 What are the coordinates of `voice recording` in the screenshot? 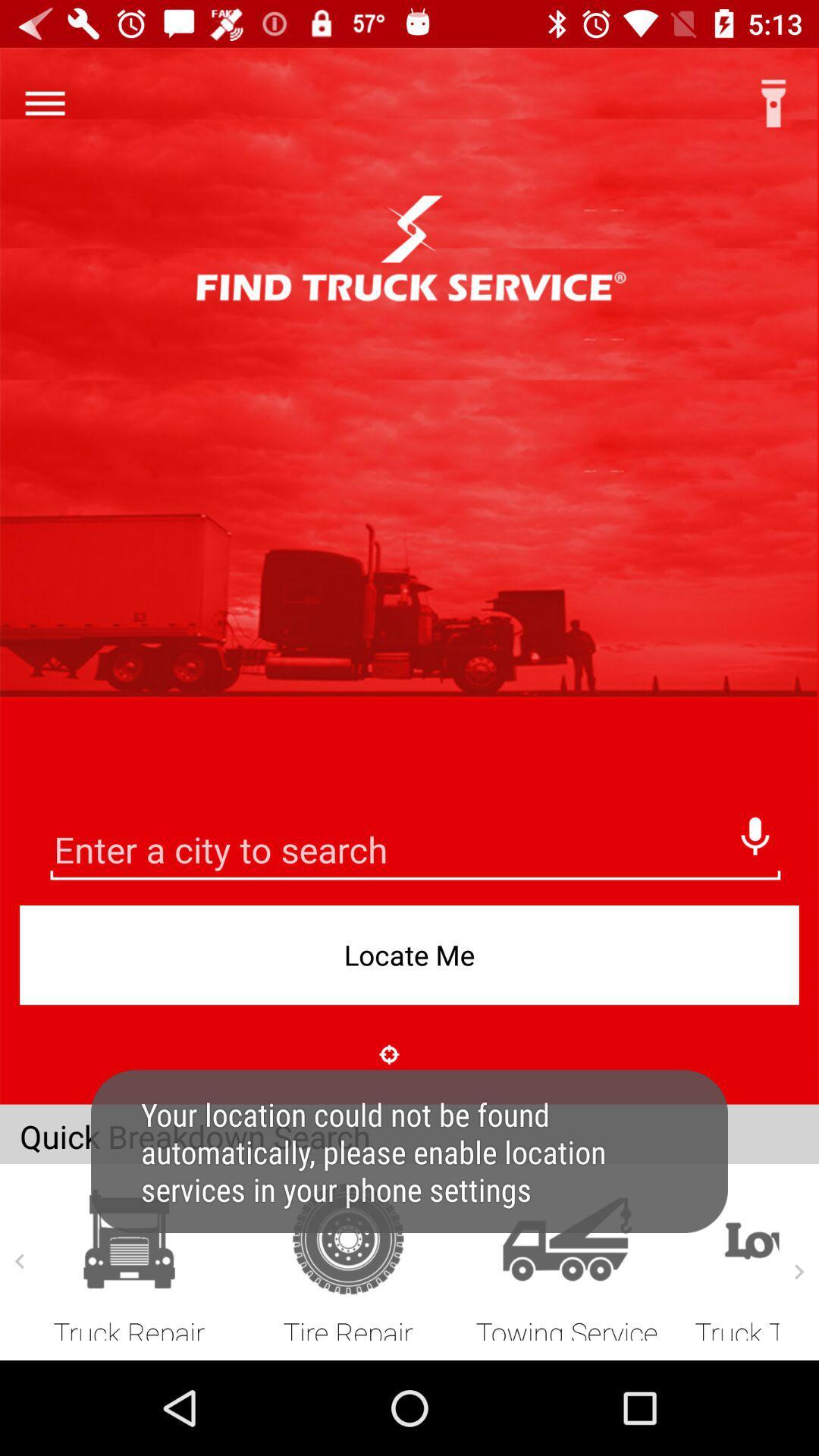 It's located at (755, 831).